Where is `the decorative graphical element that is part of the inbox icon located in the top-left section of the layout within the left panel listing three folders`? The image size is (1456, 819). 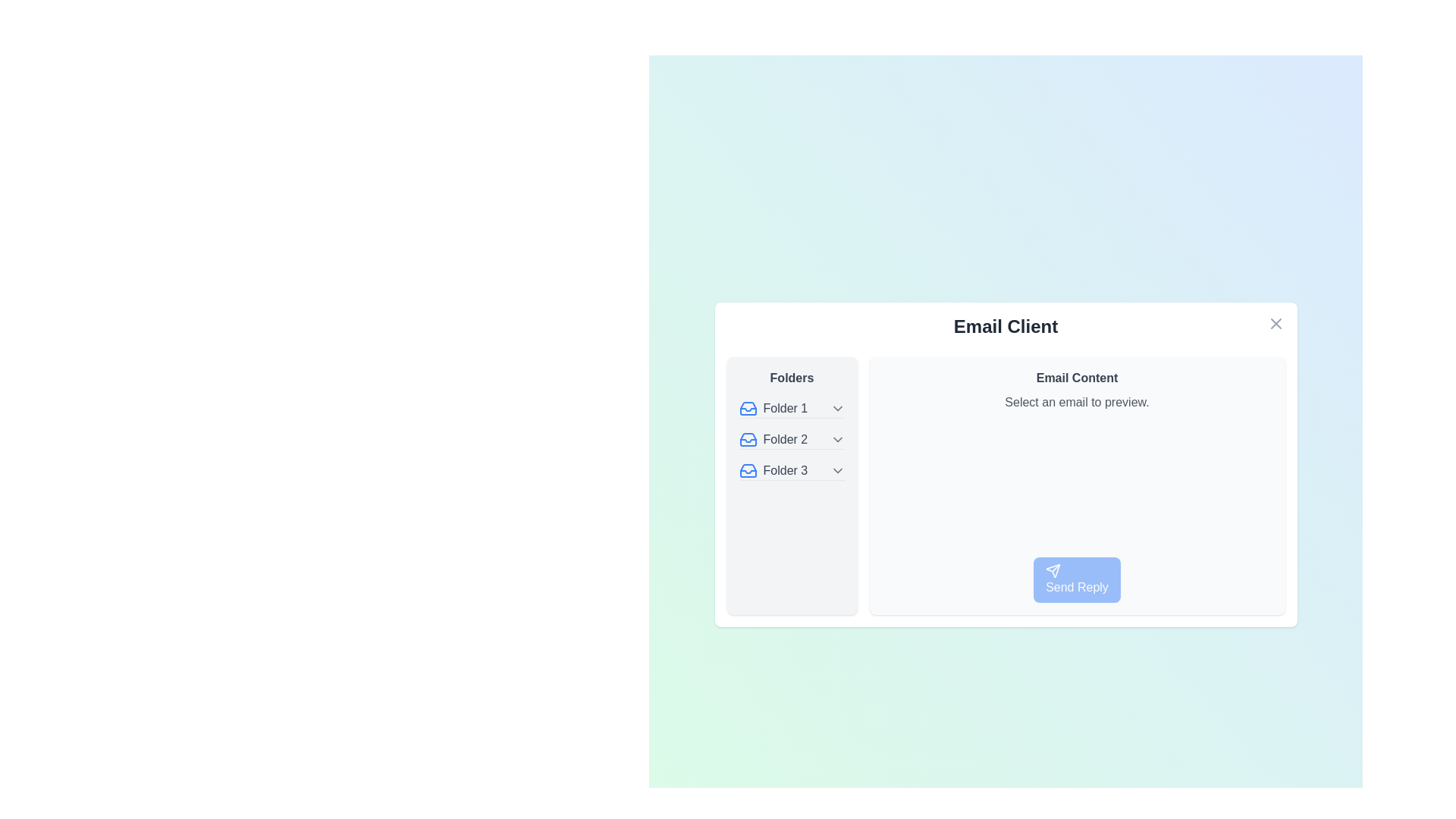
the decorative graphical element that is part of the inbox icon located in the top-left section of the layout within the left panel listing three folders is located at coordinates (748, 471).